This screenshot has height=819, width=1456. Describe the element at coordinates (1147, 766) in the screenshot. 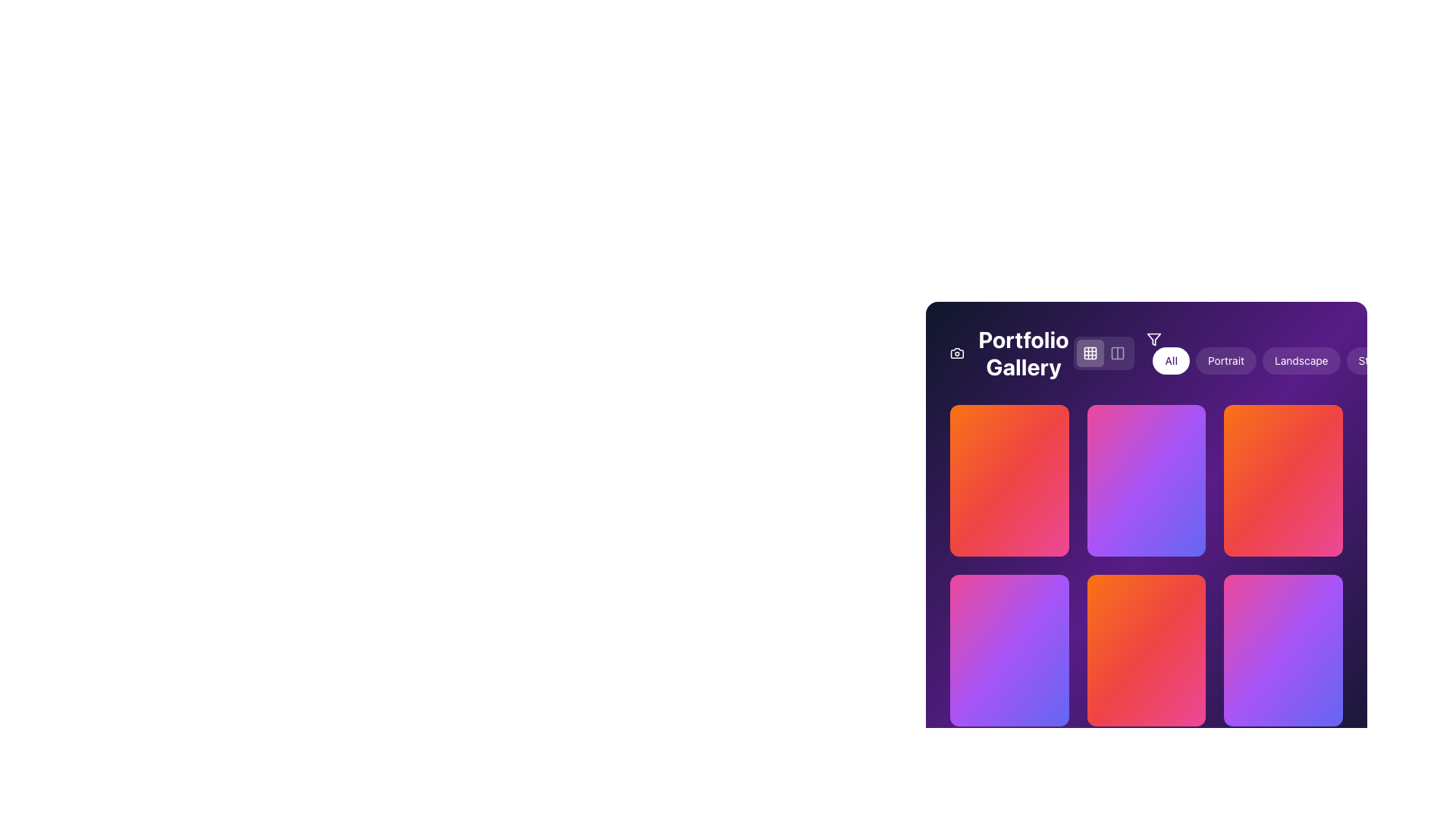

I see `the pagination navigation control located at the bottom center of the gallery` at that location.